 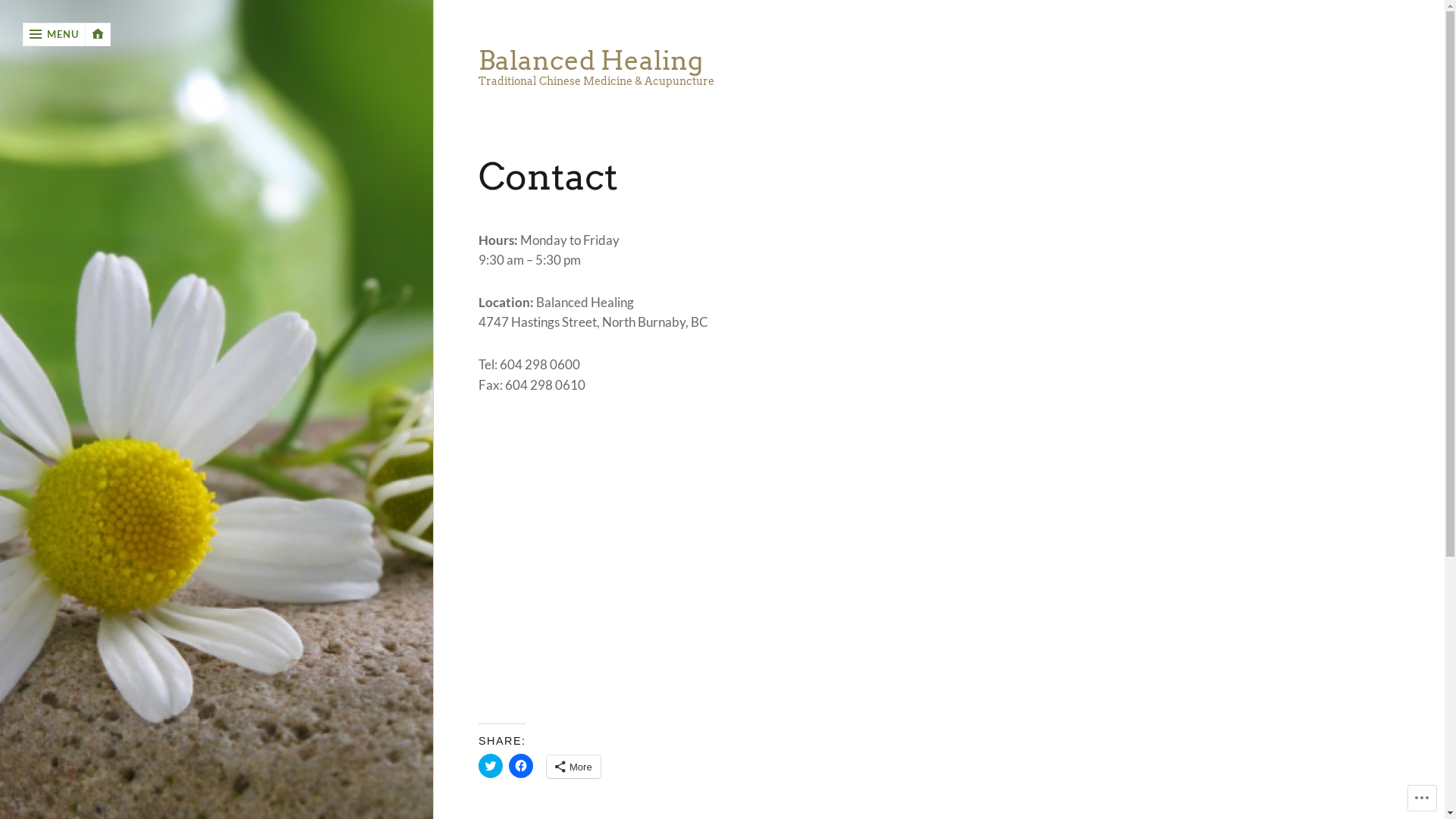 What do you see at coordinates (54, 34) in the screenshot?
I see `'MENU'` at bounding box center [54, 34].